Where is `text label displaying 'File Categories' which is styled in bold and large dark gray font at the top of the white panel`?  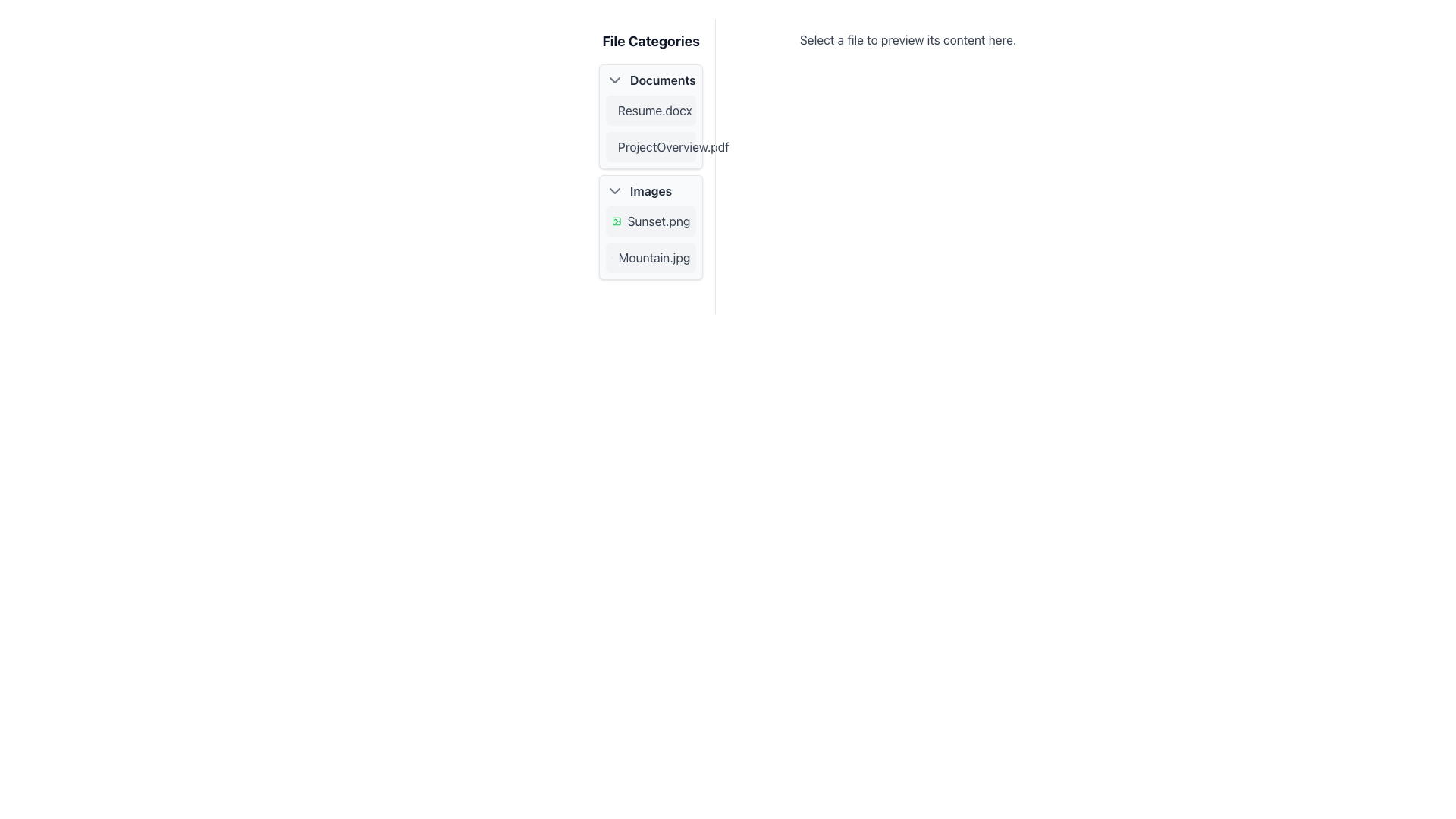
text label displaying 'File Categories' which is styled in bold and large dark gray font at the top of the white panel is located at coordinates (651, 40).